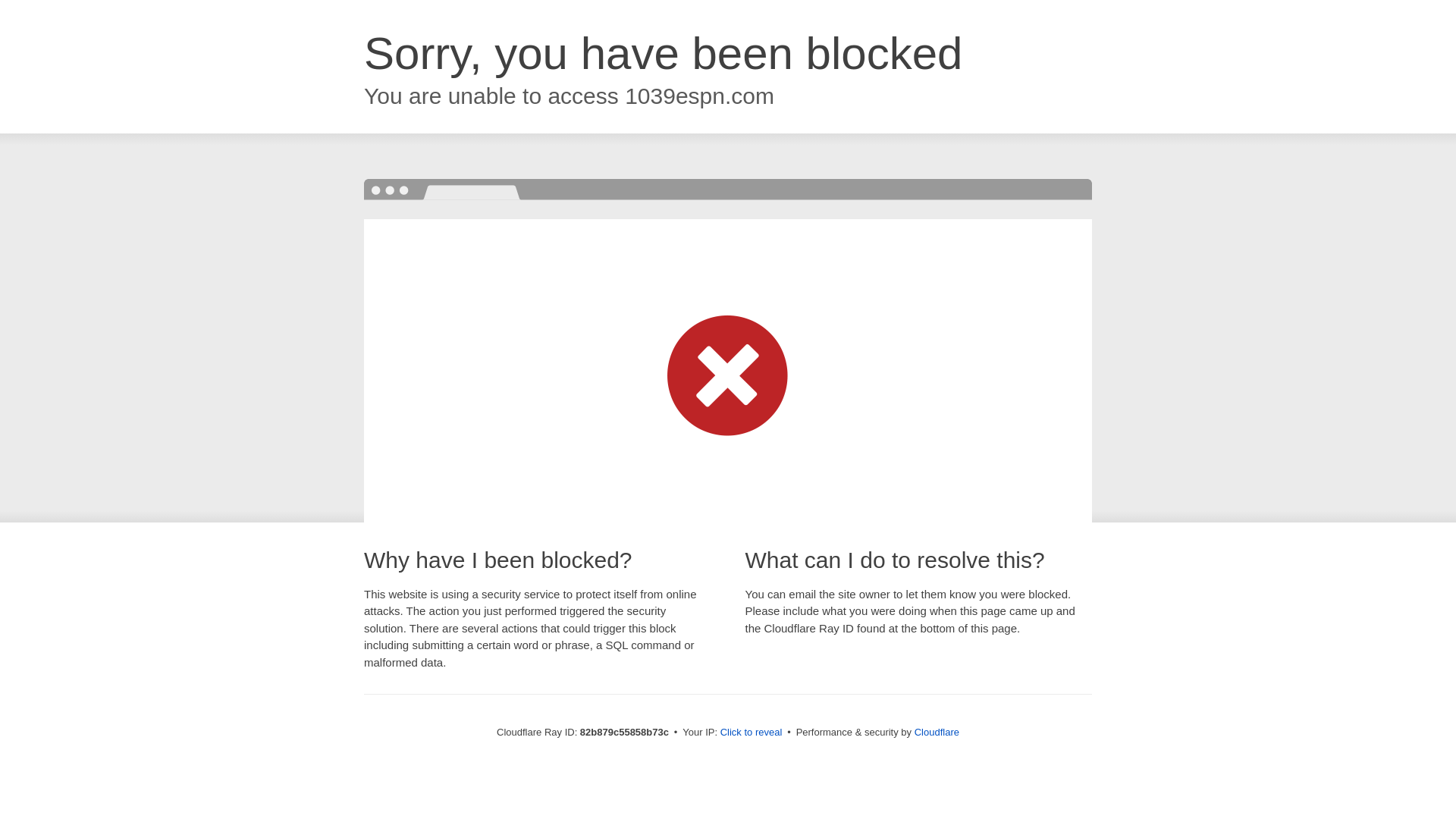  What do you see at coordinates (751, 731) in the screenshot?
I see `'Click to reveal'` at bounding box center [751, 731].